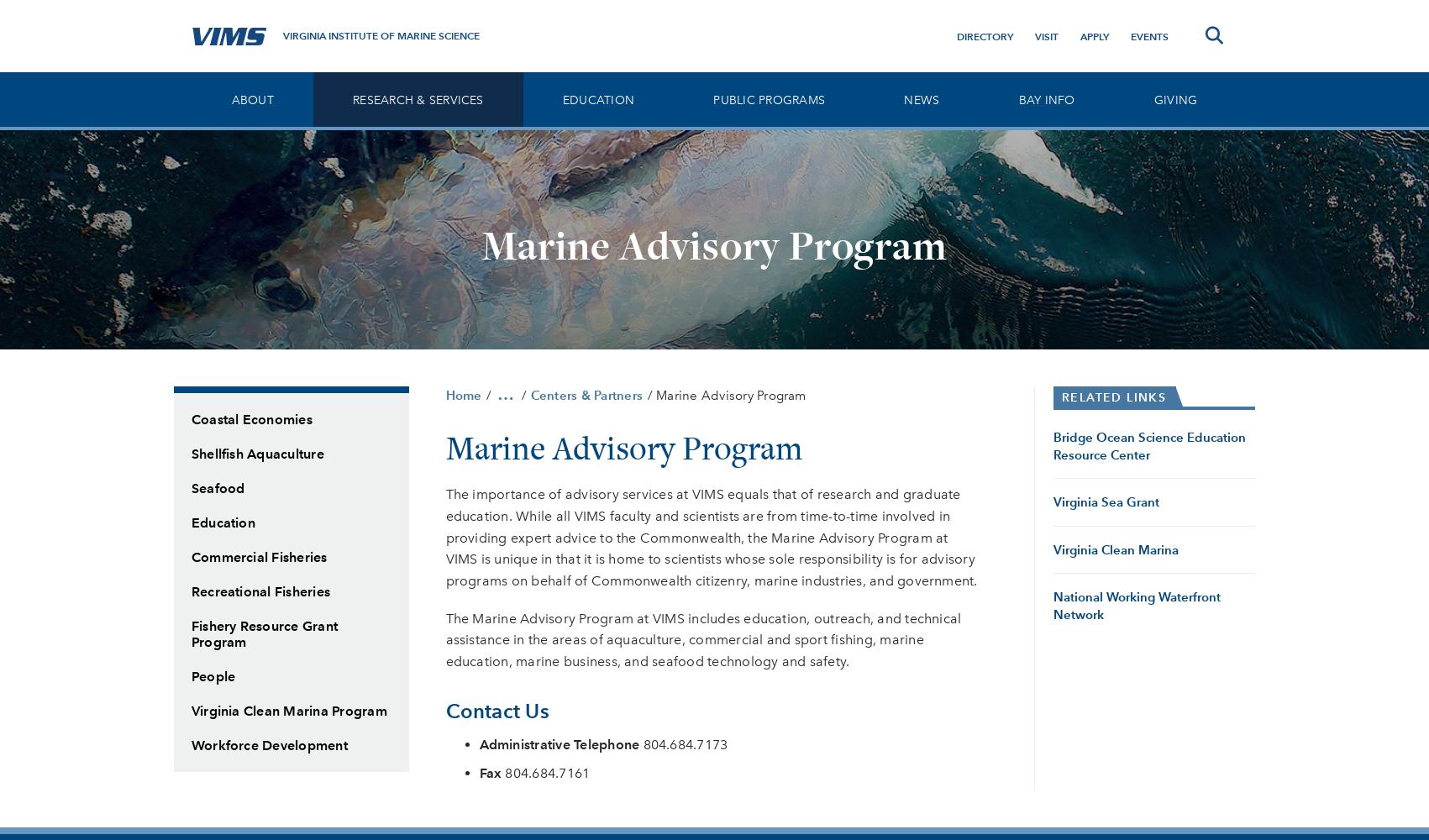  I want to click on 'Directory', so click(983, 36).